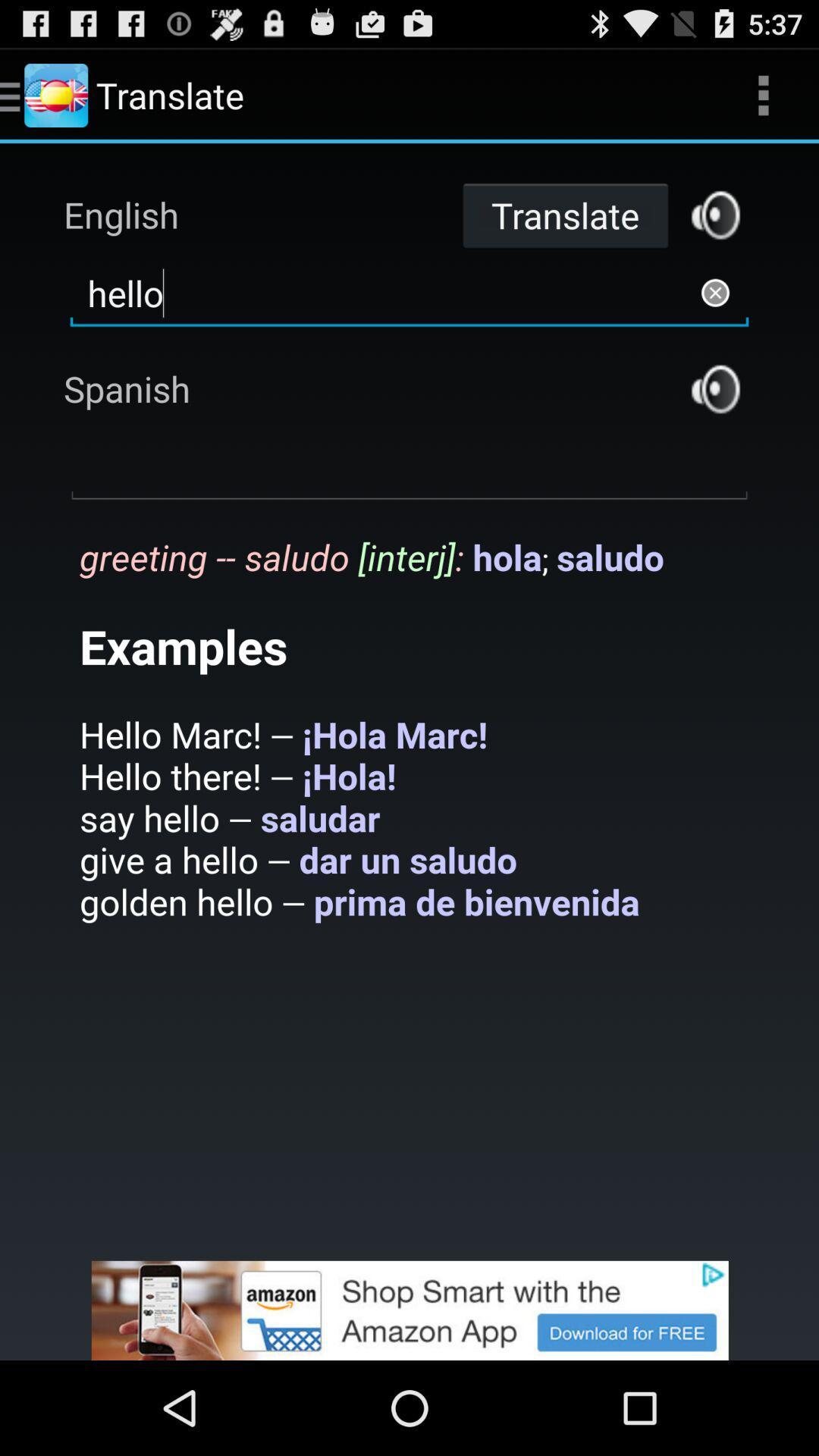 This screenshot has height=1456, width=819. I want to click on hear, so click(715, 389).